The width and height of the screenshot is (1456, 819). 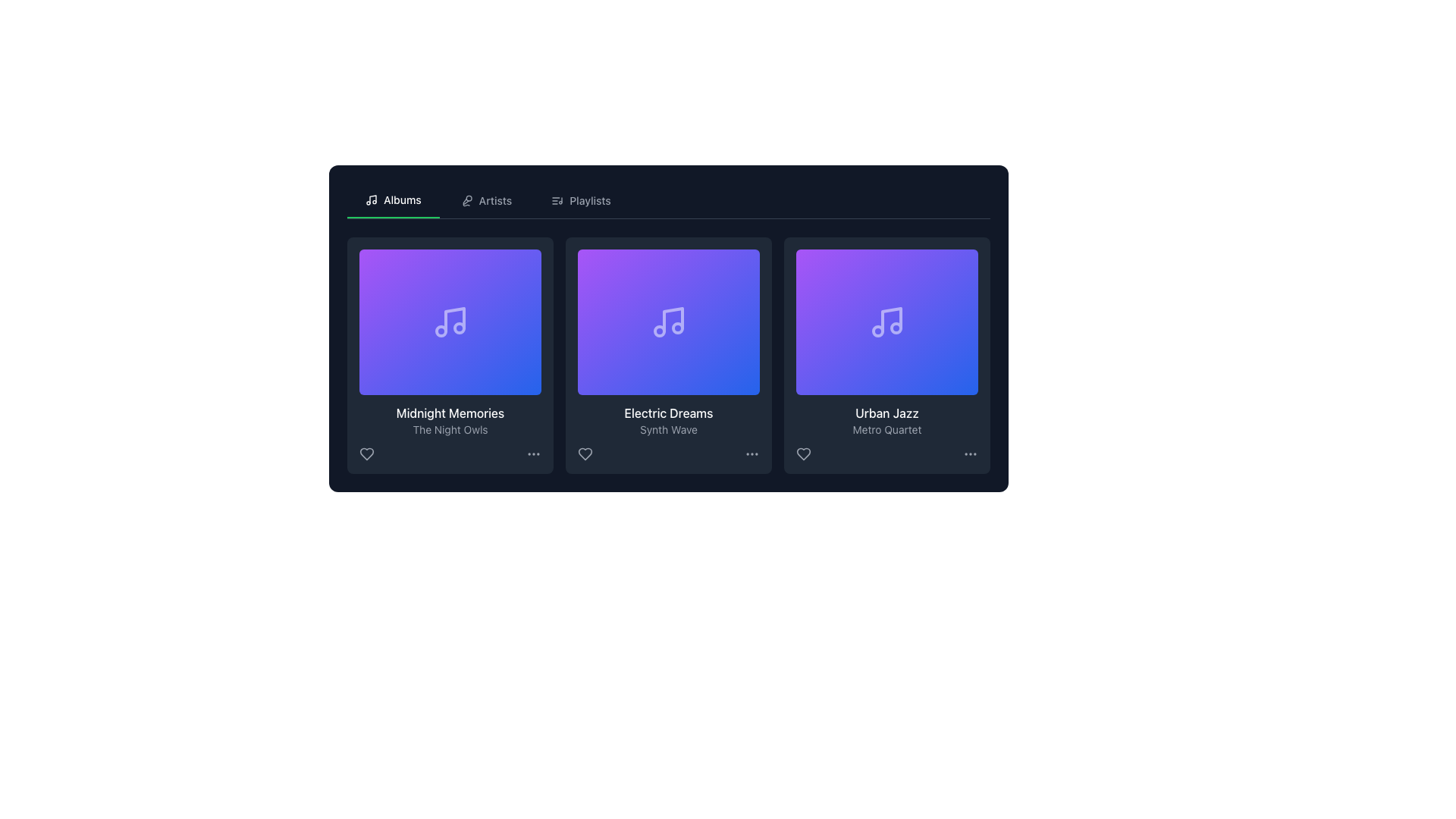 I want to click on the heart-shaped icon in the 'Urban Jazz' content card to favorite or unfavorite the item, so click(x=803, y=453).